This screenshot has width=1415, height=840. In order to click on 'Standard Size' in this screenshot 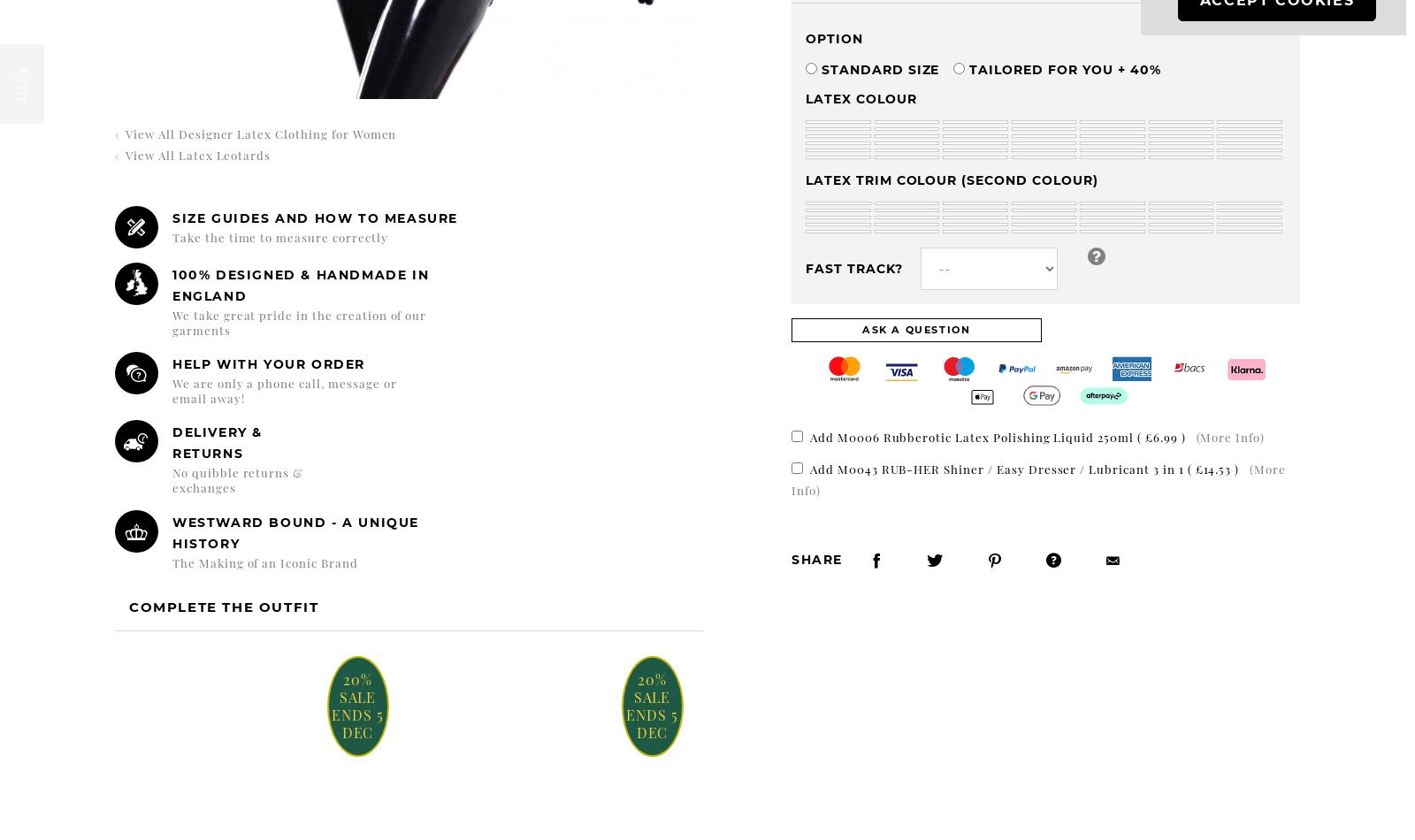, I will do `click(819, 68)`.